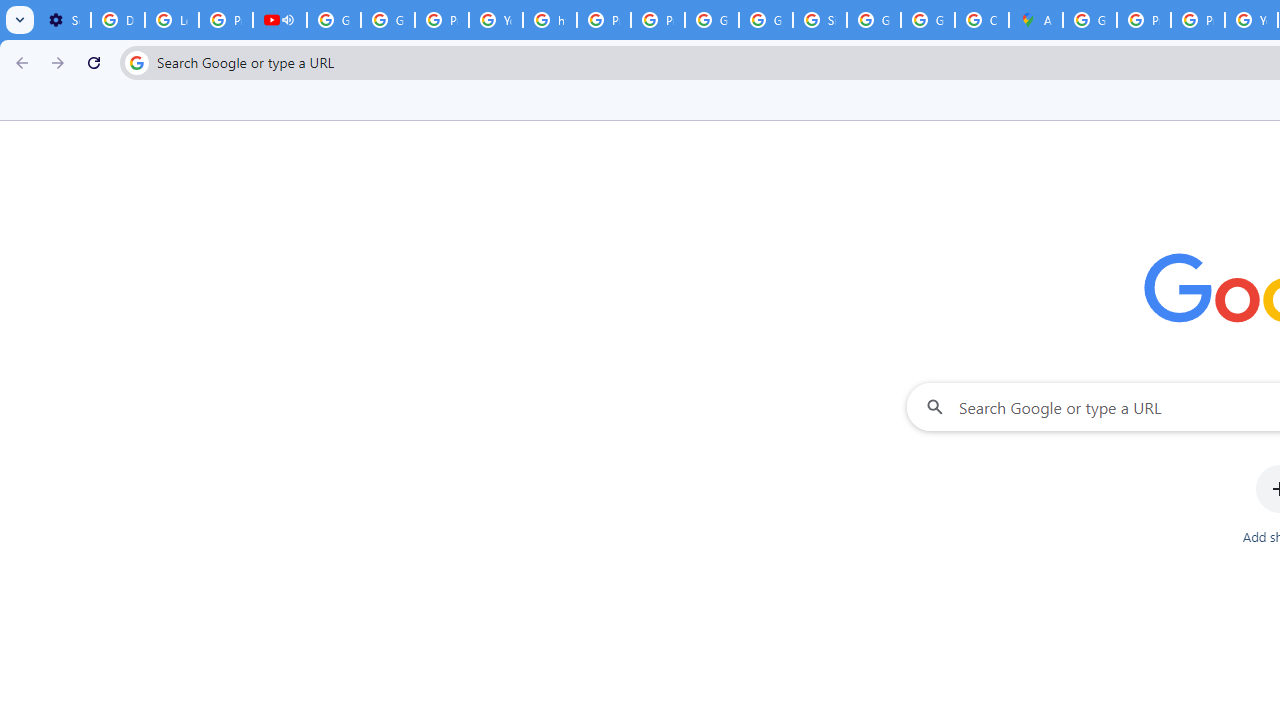  Describe the element at coordinates (819, 20) in the screenshot. I see `'Sign in - Google Accounts'` at that location.